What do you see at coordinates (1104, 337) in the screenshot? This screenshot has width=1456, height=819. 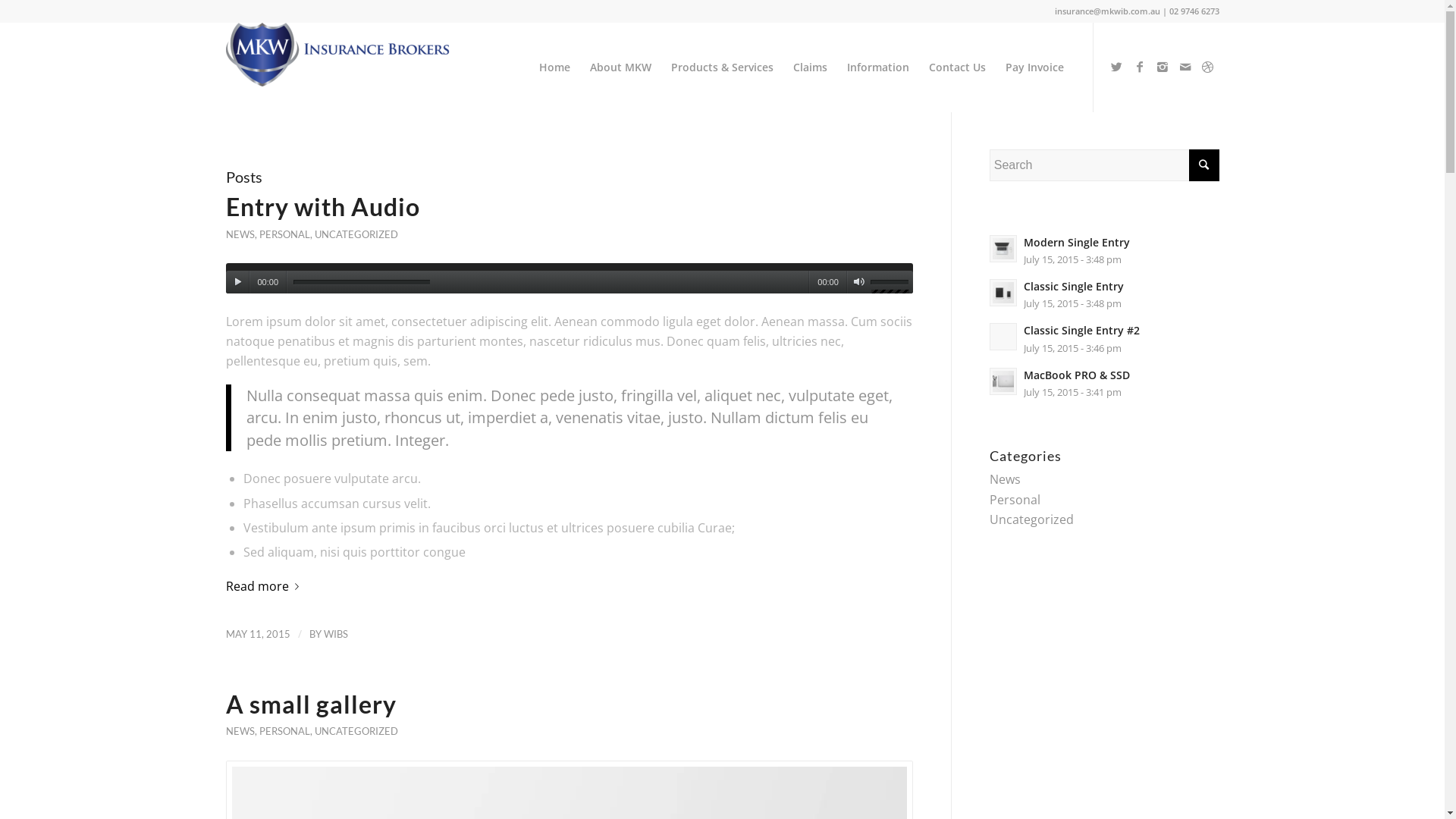 I see `'Classic Single Entry #2` at bounding box center [1104, 337].